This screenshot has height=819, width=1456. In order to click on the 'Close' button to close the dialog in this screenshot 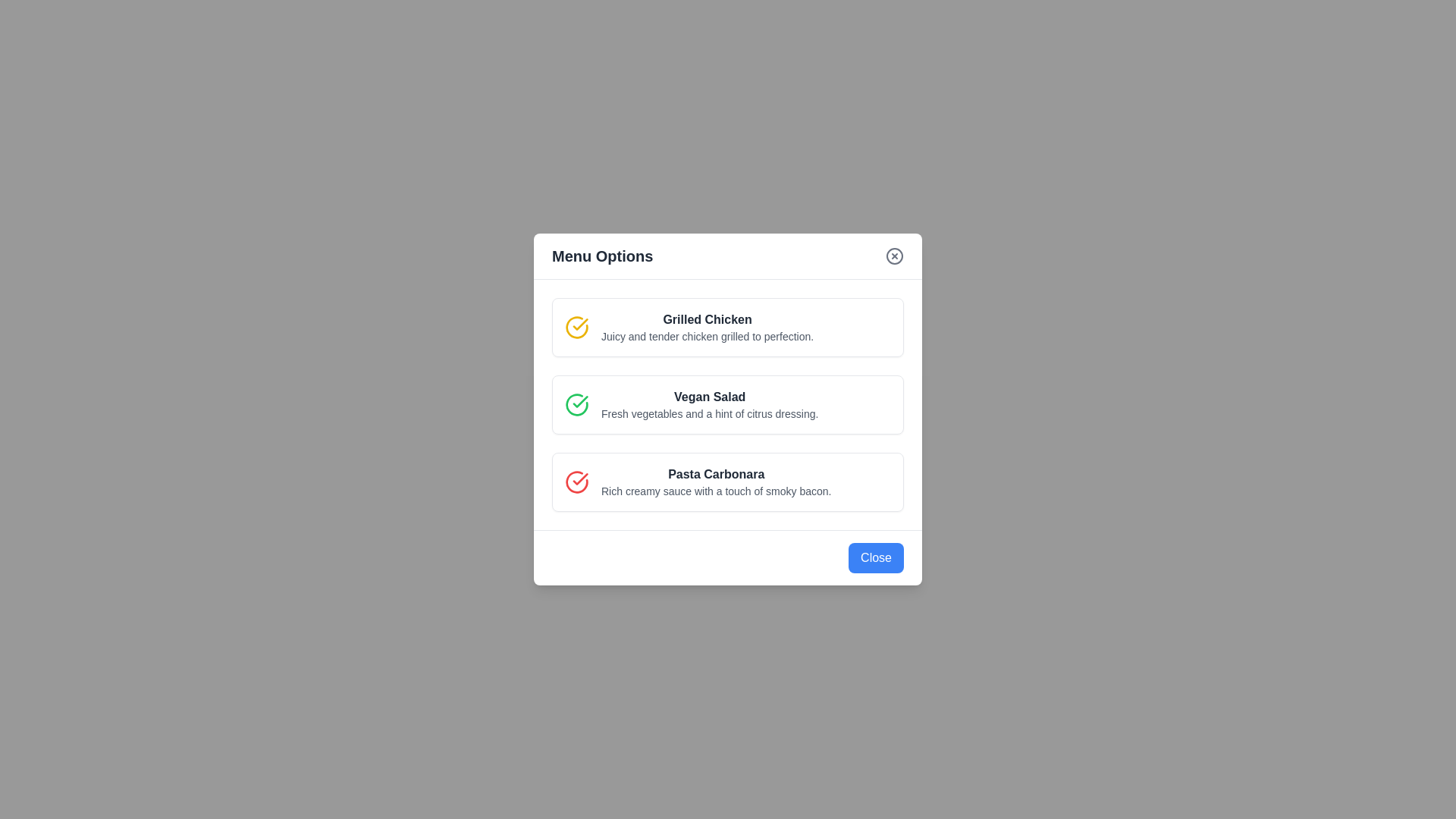, I will do `click(876, 558)`.